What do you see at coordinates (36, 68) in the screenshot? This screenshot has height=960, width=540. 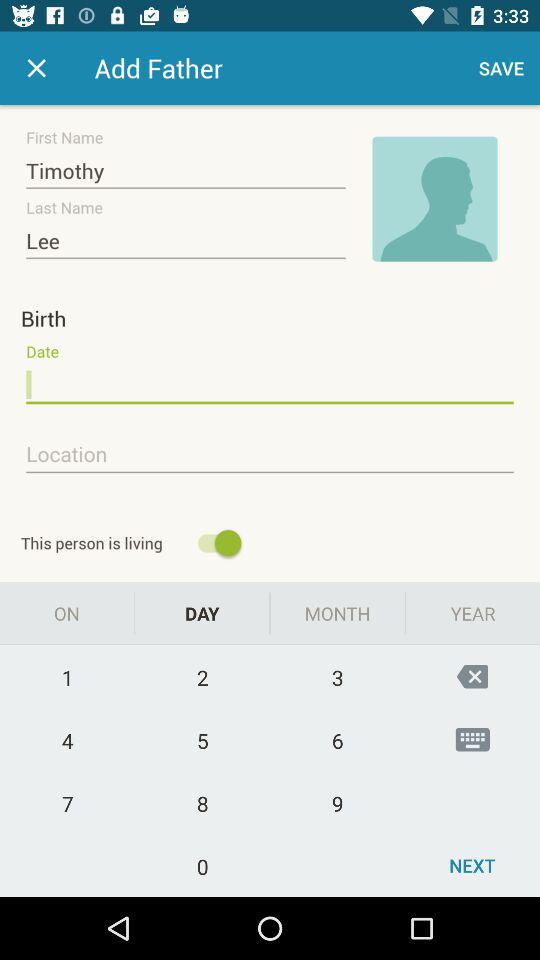 I see `contact` at bounding box center [36, 68].